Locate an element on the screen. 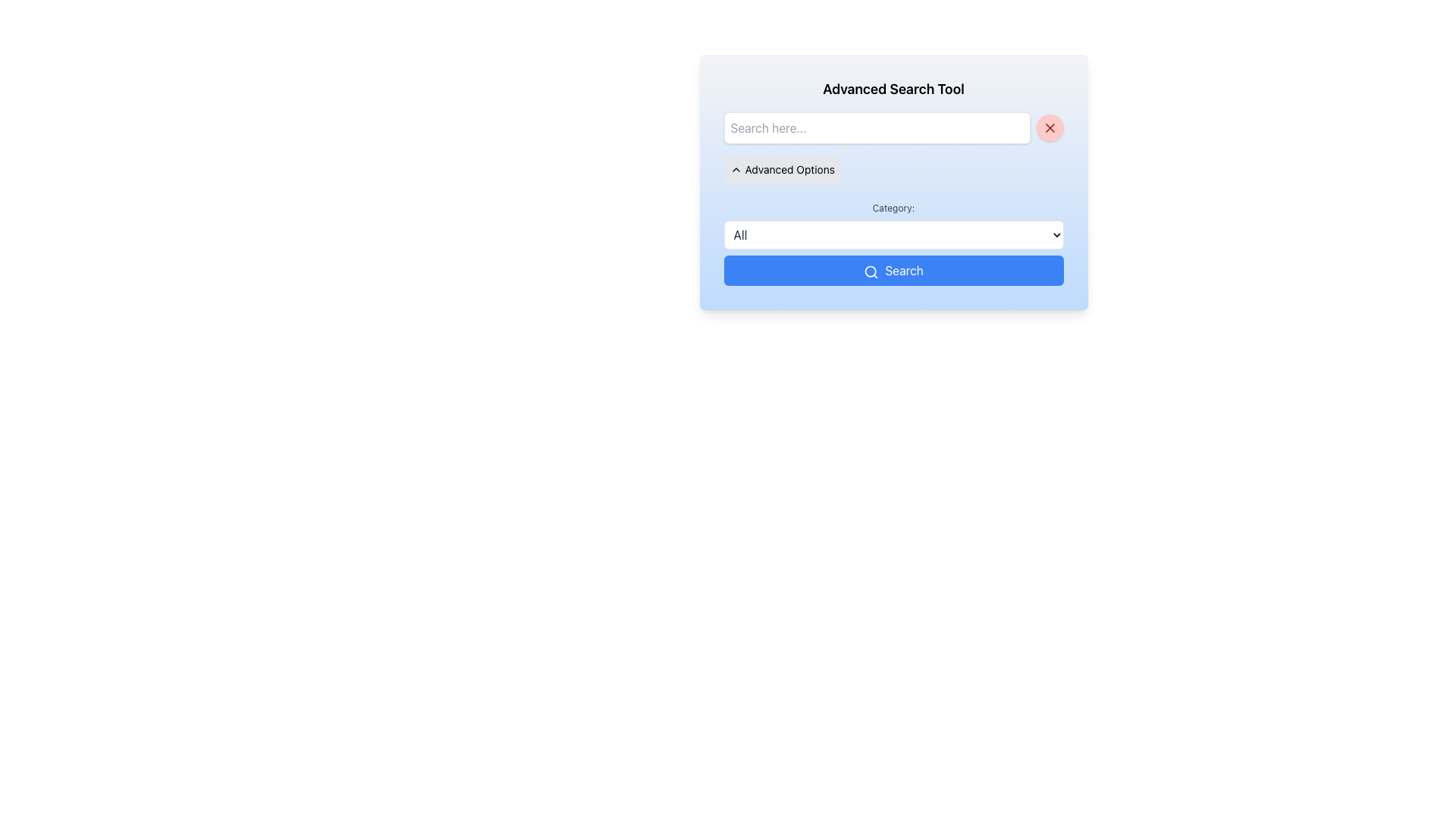  the small upward-facing chevron icon located in the 'Advanced Options' section is located at coordinates (736, 169).